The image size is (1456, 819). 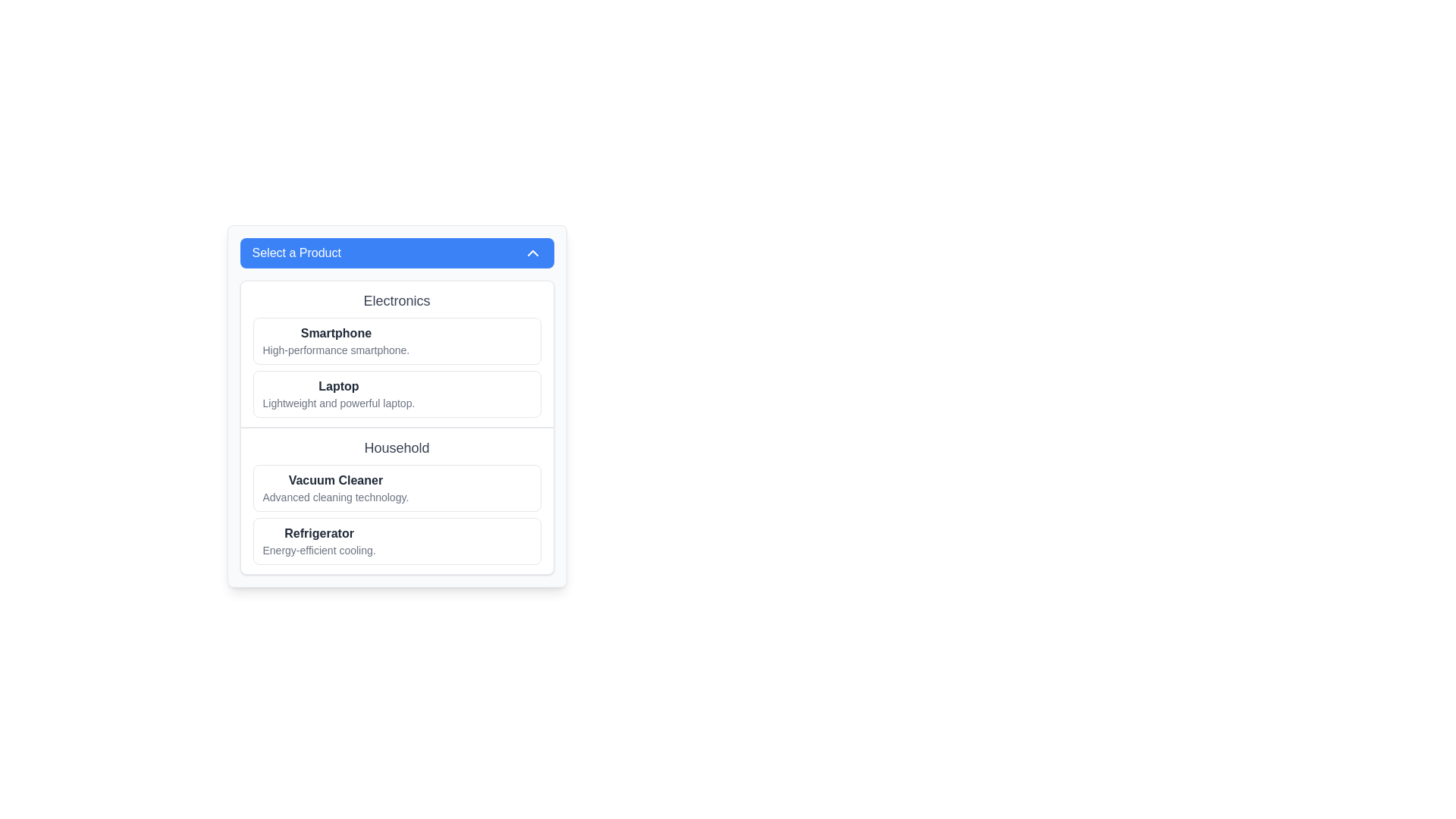 I want to click on the text label displaying 'Laptop' that is in bold font within a white rectangular card under the 'Electronics' section, so click(x=337, y=385).